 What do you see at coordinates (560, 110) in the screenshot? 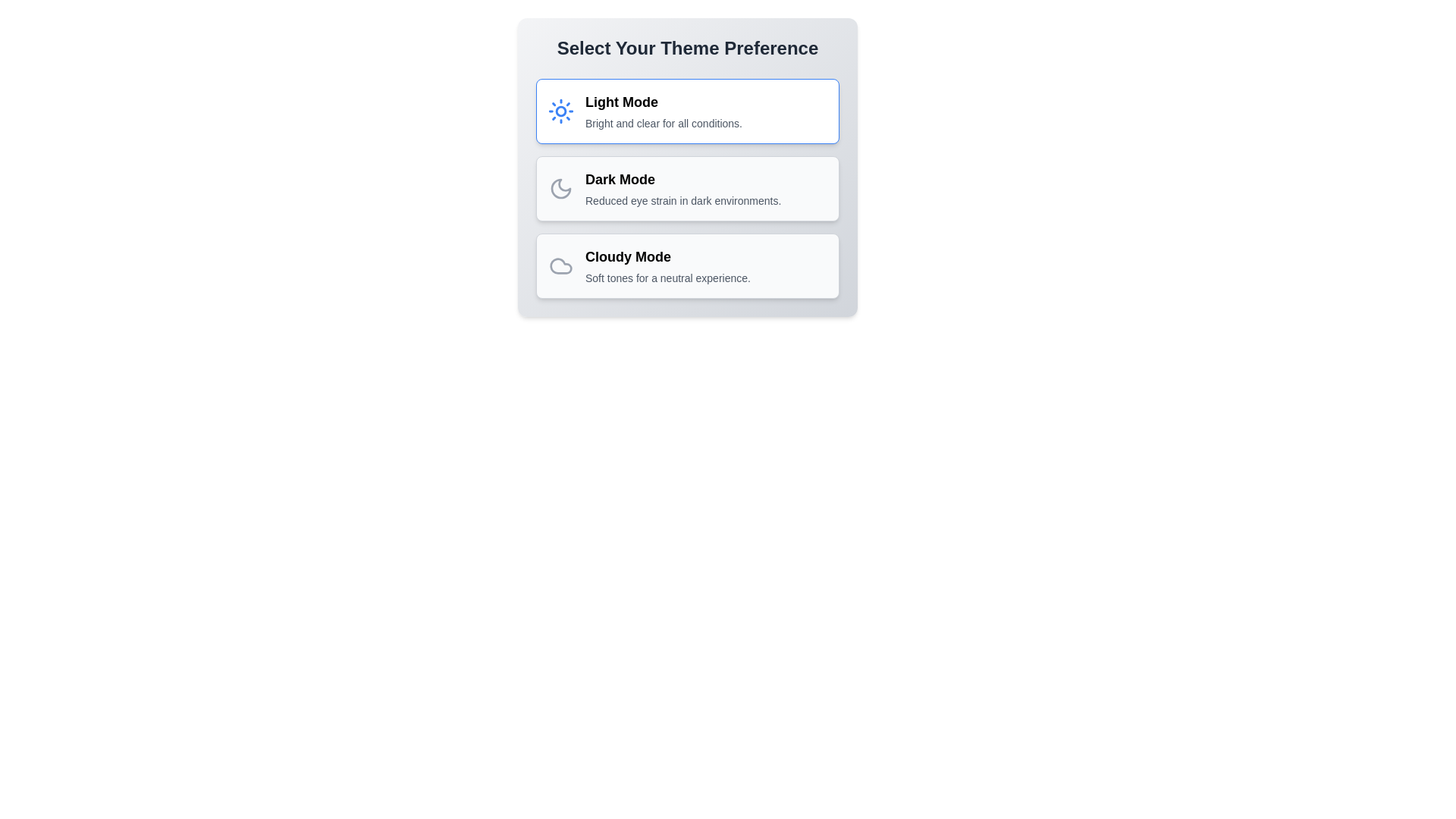
I see `the small circular SVG shape within the blue sun-like icon next to the 'Light Mode' option in the 'Select Your Theme Preference' box` at bounding box center [560, 110].